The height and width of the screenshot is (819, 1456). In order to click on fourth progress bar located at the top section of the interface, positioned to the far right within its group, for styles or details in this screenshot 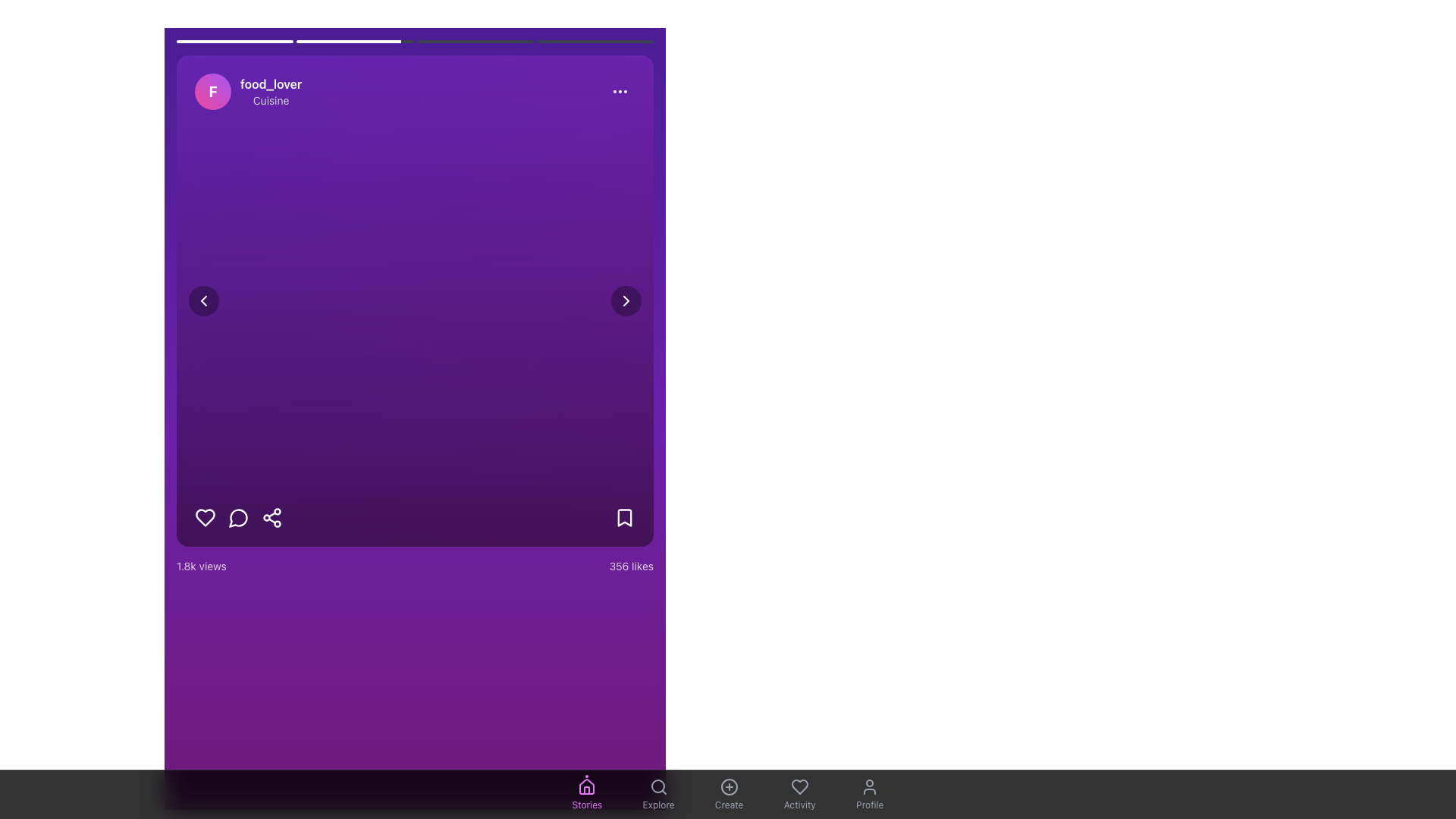, I will do `click(594, 40)`.